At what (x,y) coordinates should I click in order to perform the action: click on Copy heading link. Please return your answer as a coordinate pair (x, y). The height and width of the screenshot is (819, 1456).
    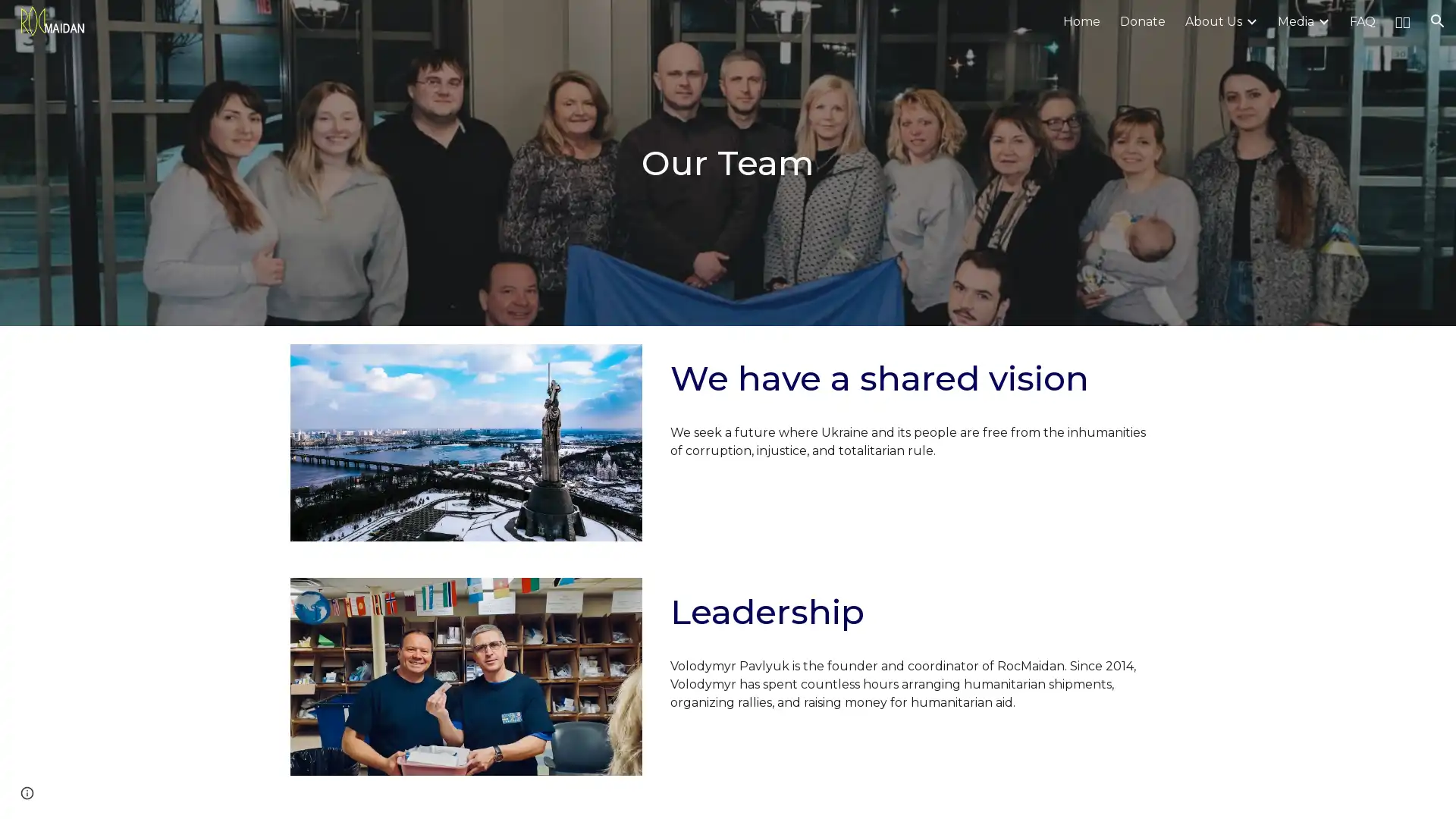
    Looking at the image, I should click on (1106, 377).